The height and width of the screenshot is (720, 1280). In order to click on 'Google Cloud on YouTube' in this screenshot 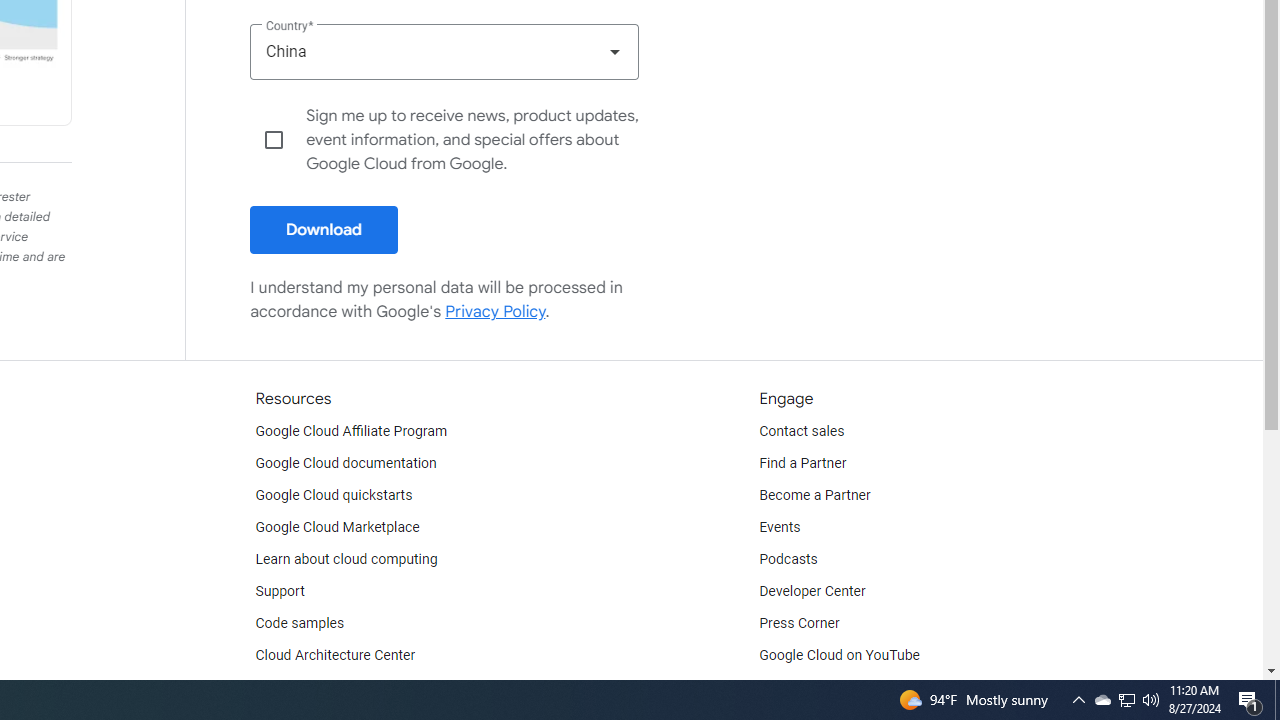, I will do `click(839, 655)`.